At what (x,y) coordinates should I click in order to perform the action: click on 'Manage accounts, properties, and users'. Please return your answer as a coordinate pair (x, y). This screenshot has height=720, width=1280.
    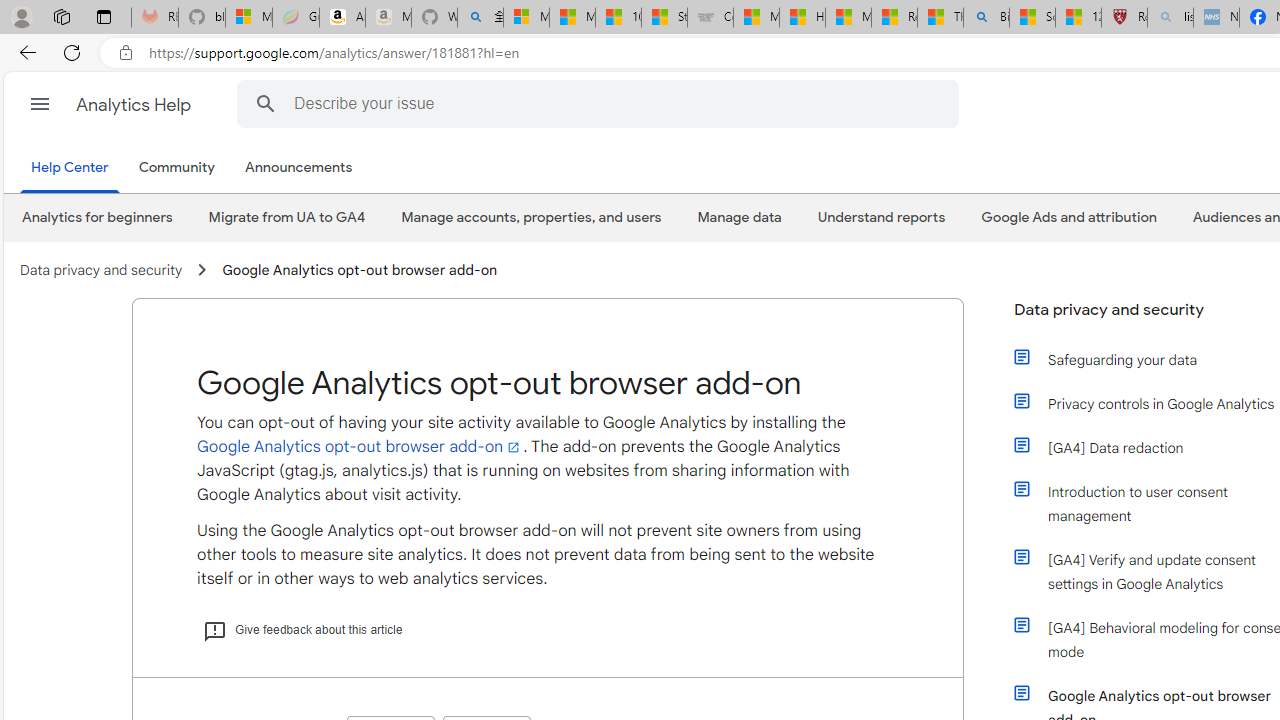
    Looking at the image, I should click on (531, 217).